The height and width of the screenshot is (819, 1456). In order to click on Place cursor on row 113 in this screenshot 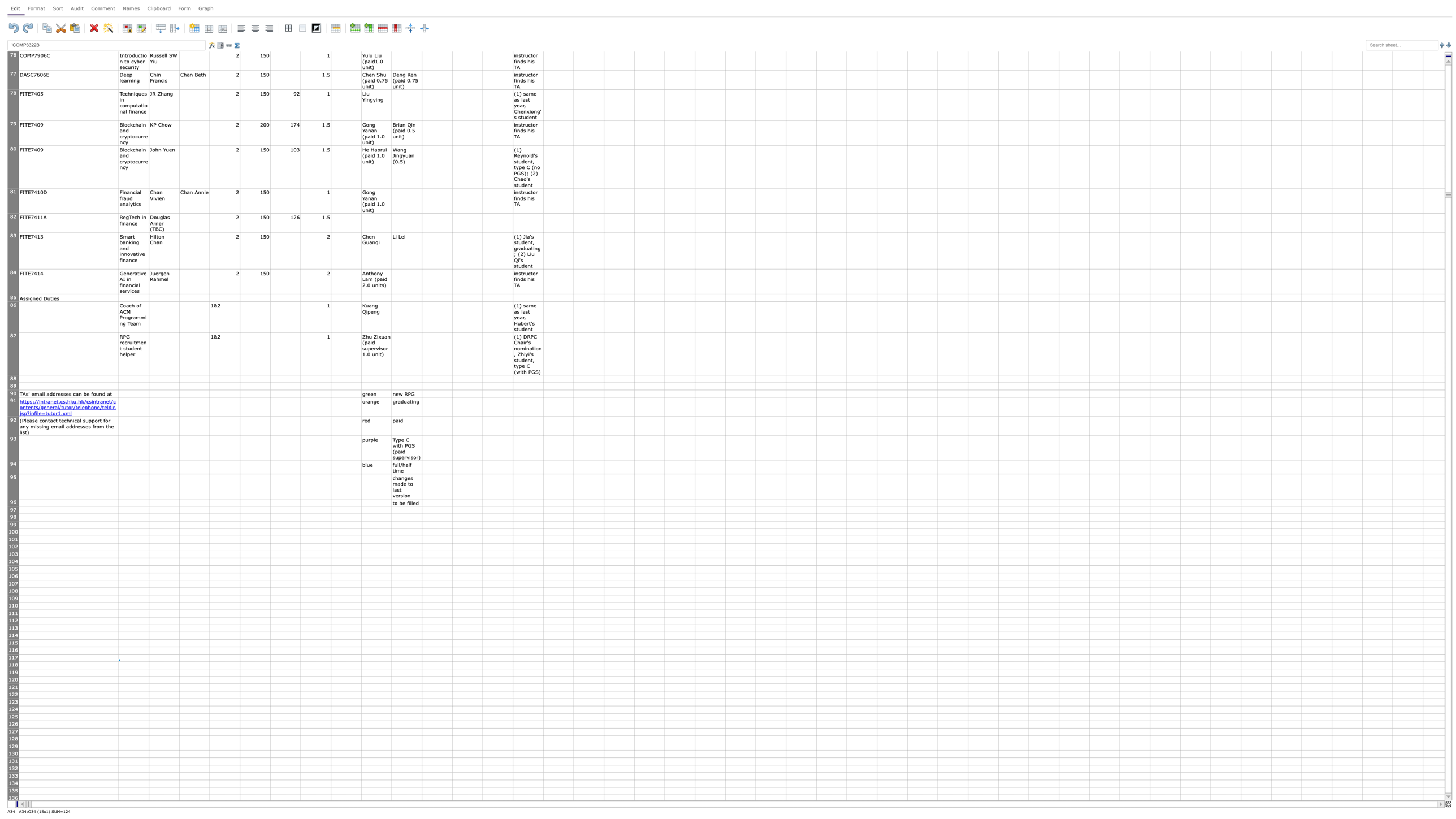, I will do `click(13, 629)`.